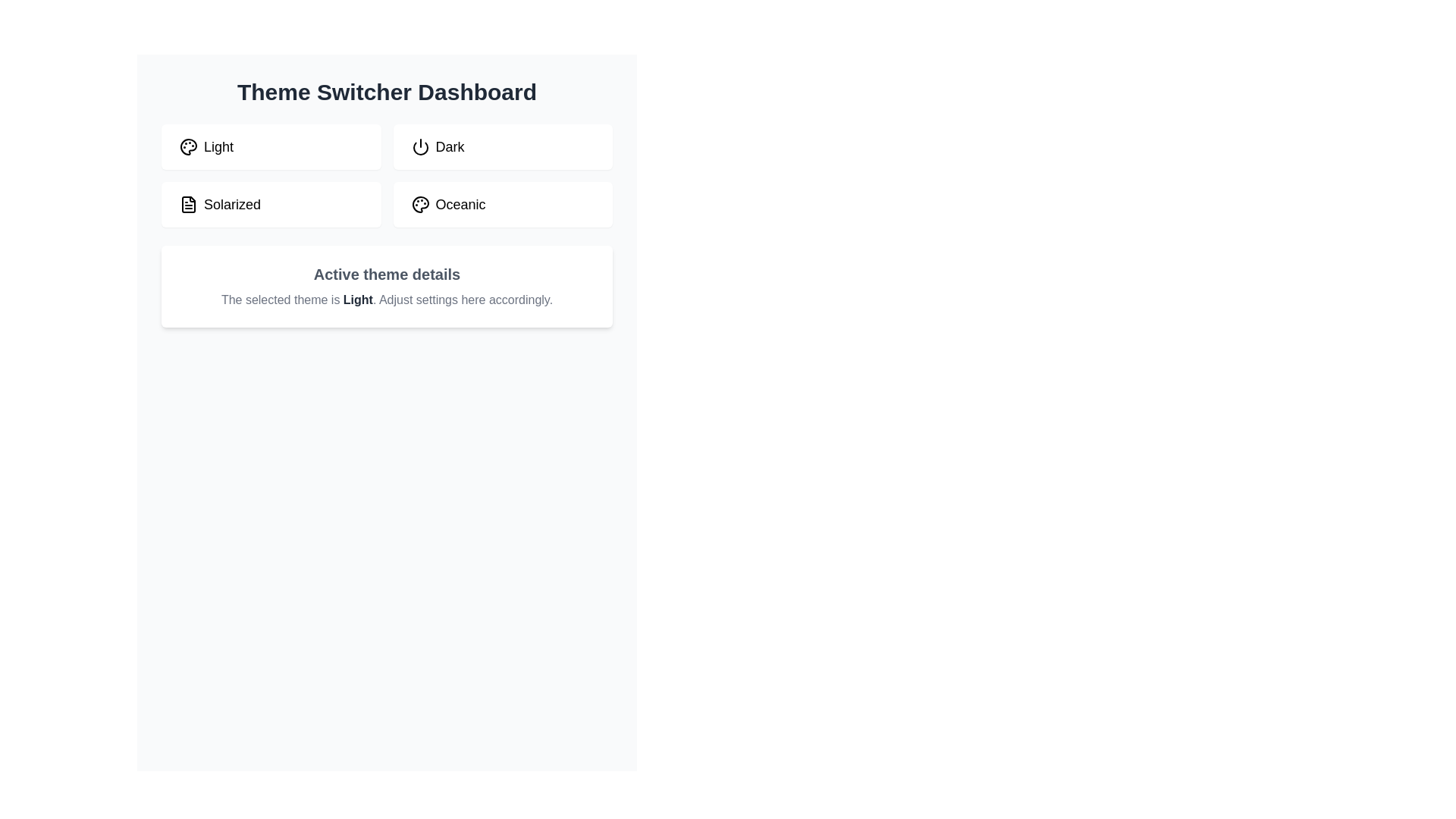  I want to click on the 'Light' theme selector button, so click(271, 146).